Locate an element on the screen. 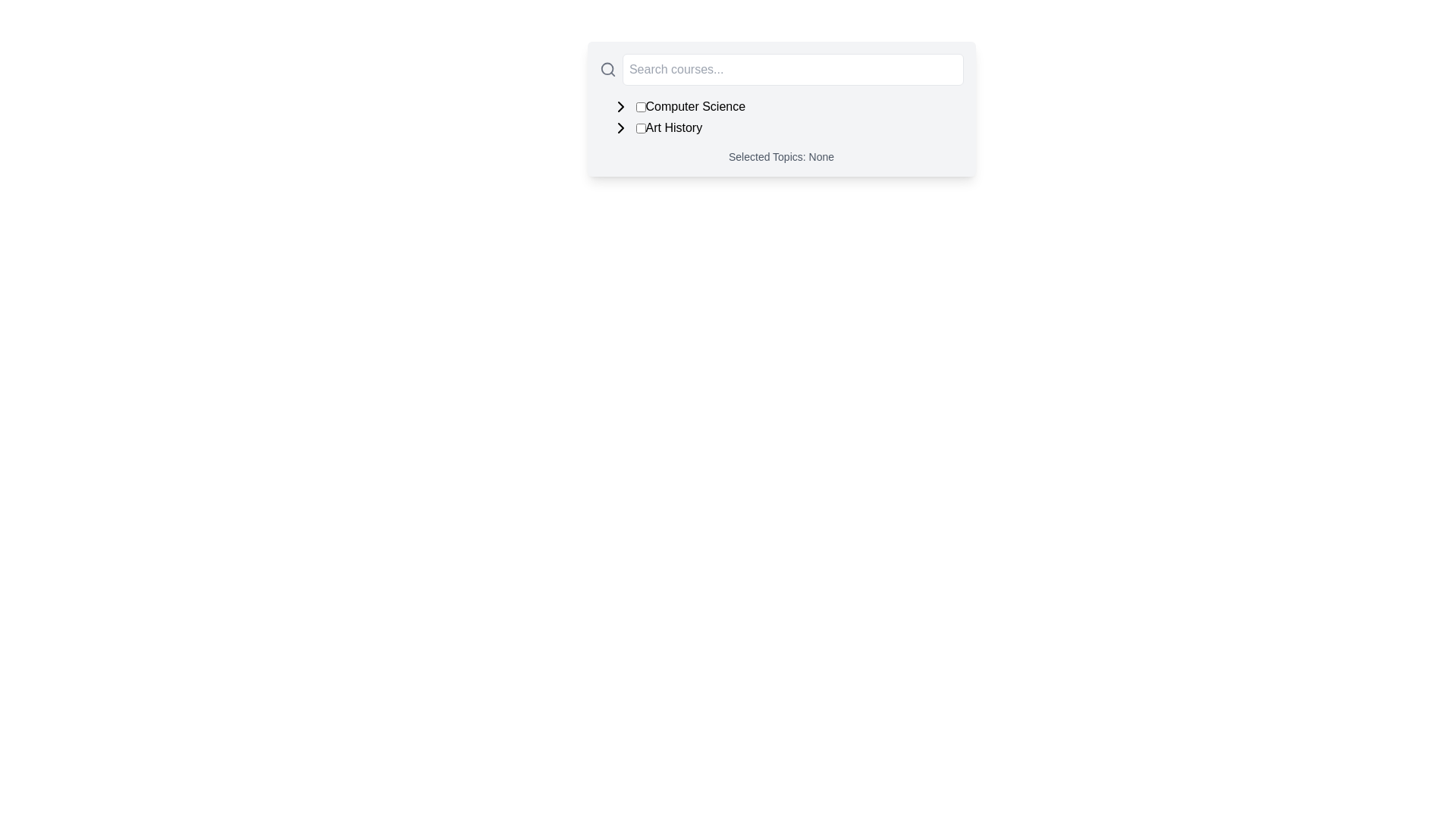 This screenshot has width=1456, height=819. circular part of the search icon located on the top left of the search bar by using developer tools is located at coordinates (607, 69).